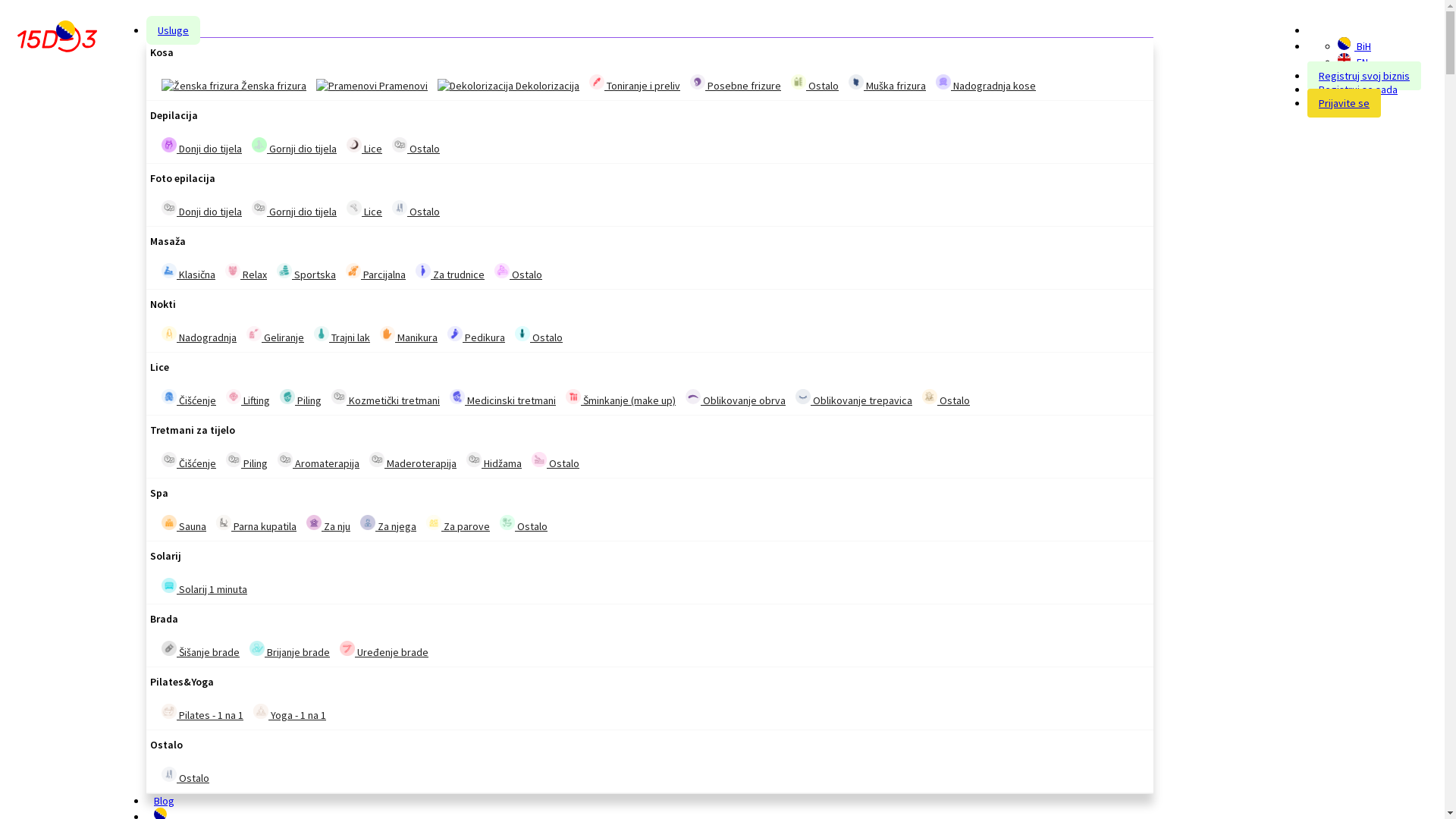  Describe the element at coordinates (222, 522) in the screenshot. I see `'Parna kupatila'` at that location.